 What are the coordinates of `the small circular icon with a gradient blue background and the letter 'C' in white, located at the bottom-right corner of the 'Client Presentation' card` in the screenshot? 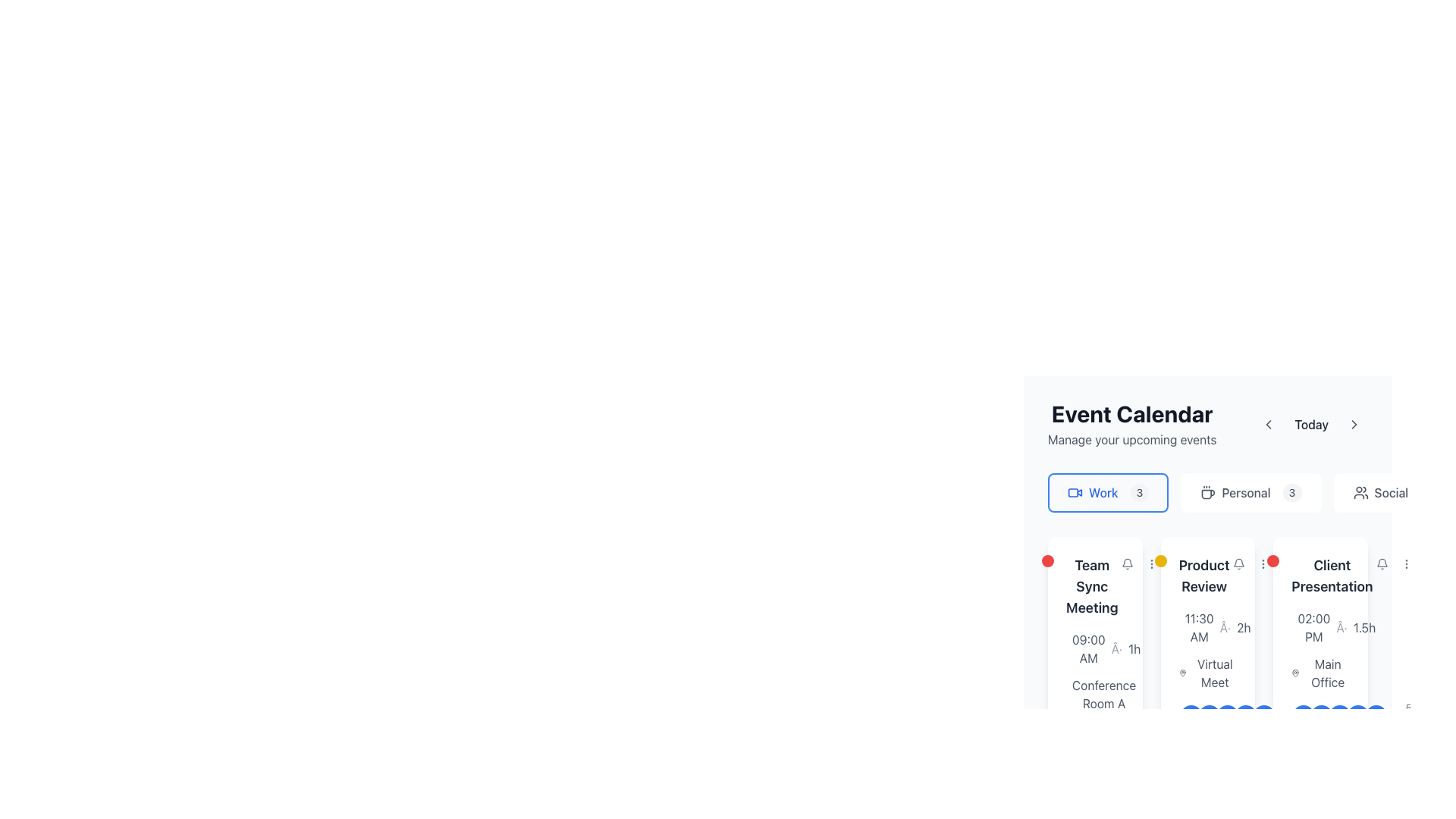 It's located at (1340, 716).